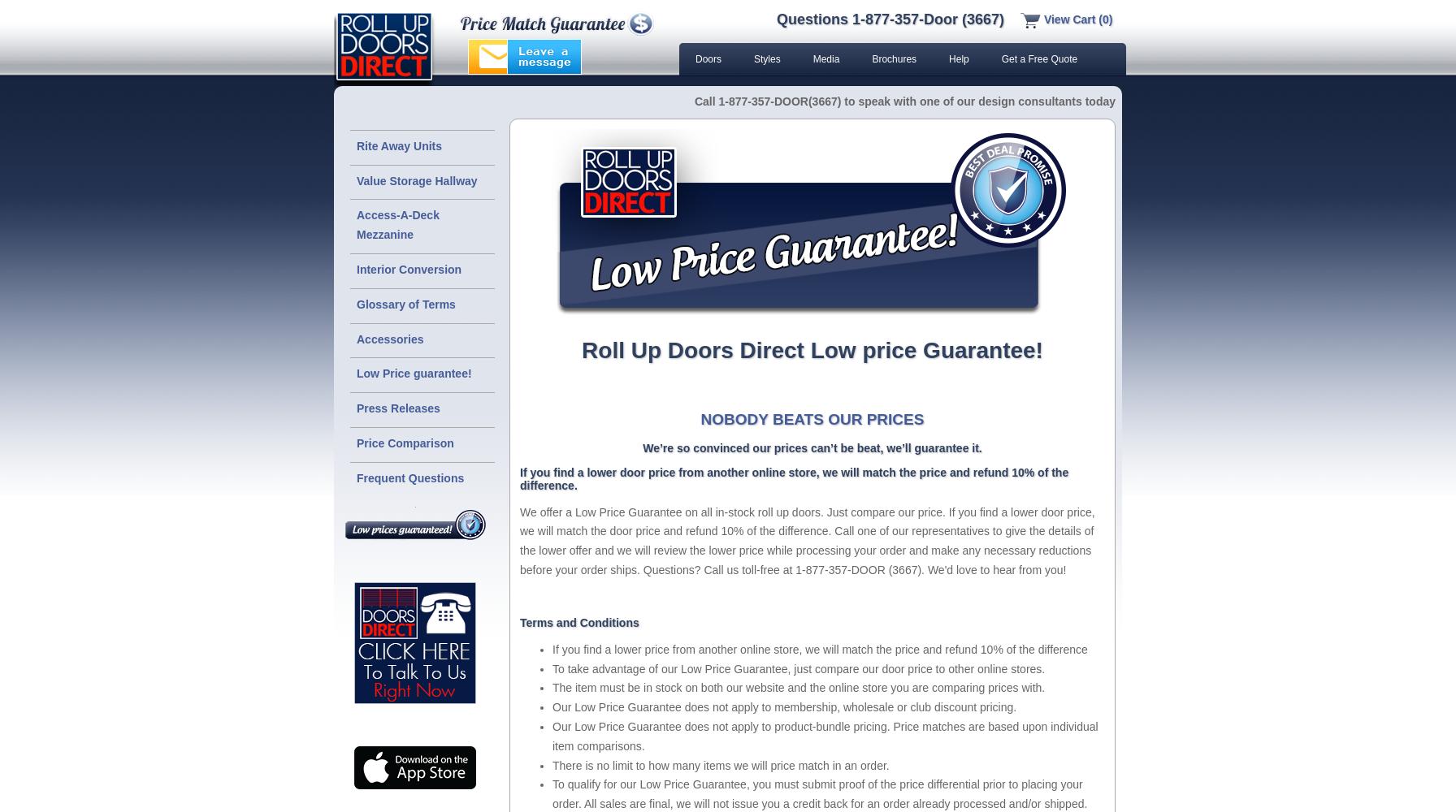 This screenshot has height=812, width=1456. What do you see at coordinates (582, 349) in the screenshot?
I see `'Roll Up Doors Direct Low price Guarantee!'` at bounding box center [582, 349].